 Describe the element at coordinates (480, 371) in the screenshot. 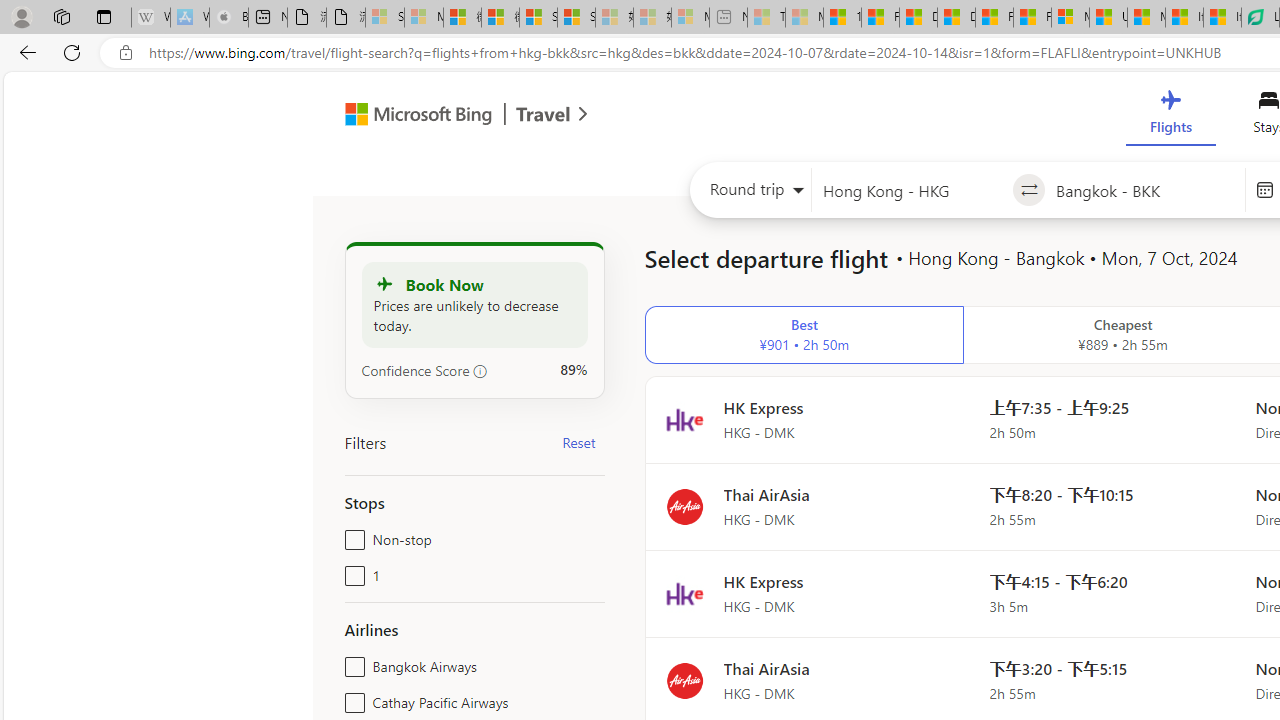

I see `'Info tooltip'` at that location.